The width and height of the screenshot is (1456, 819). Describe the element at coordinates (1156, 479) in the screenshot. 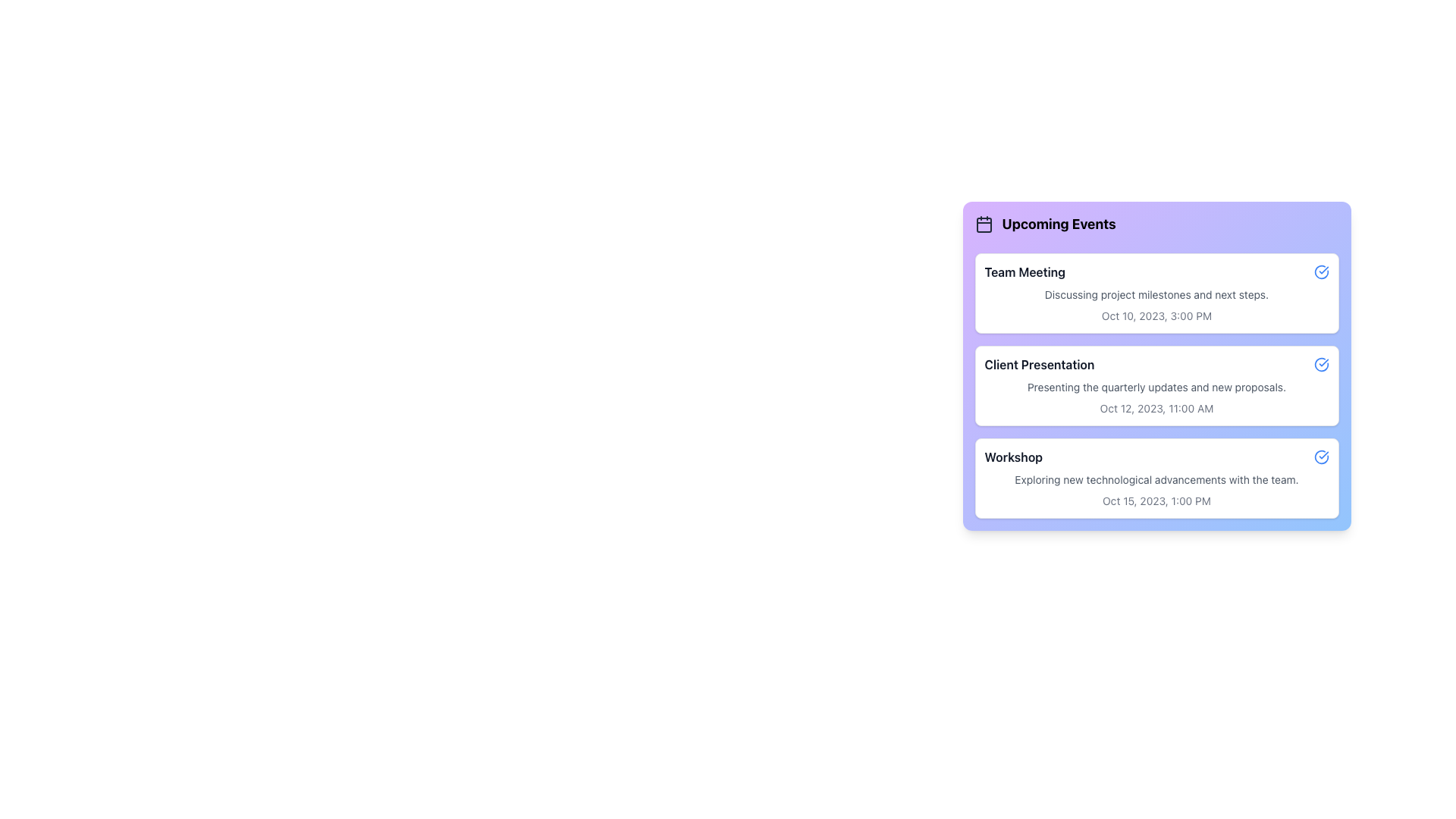

I see `the second line of text within the 'Workshop' card that provides descriptive information about the event` at that location.